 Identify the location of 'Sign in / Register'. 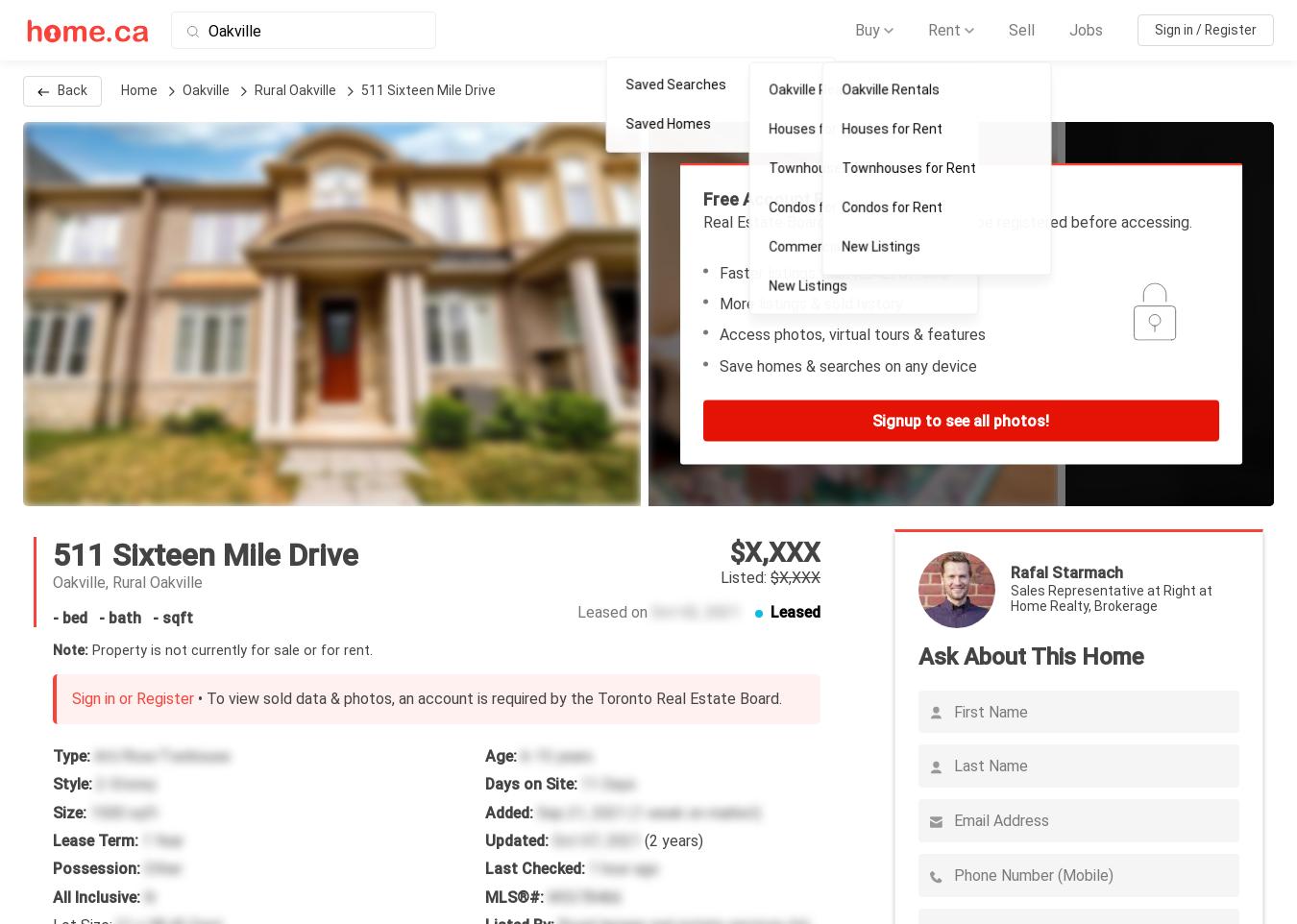
(1205, 28).